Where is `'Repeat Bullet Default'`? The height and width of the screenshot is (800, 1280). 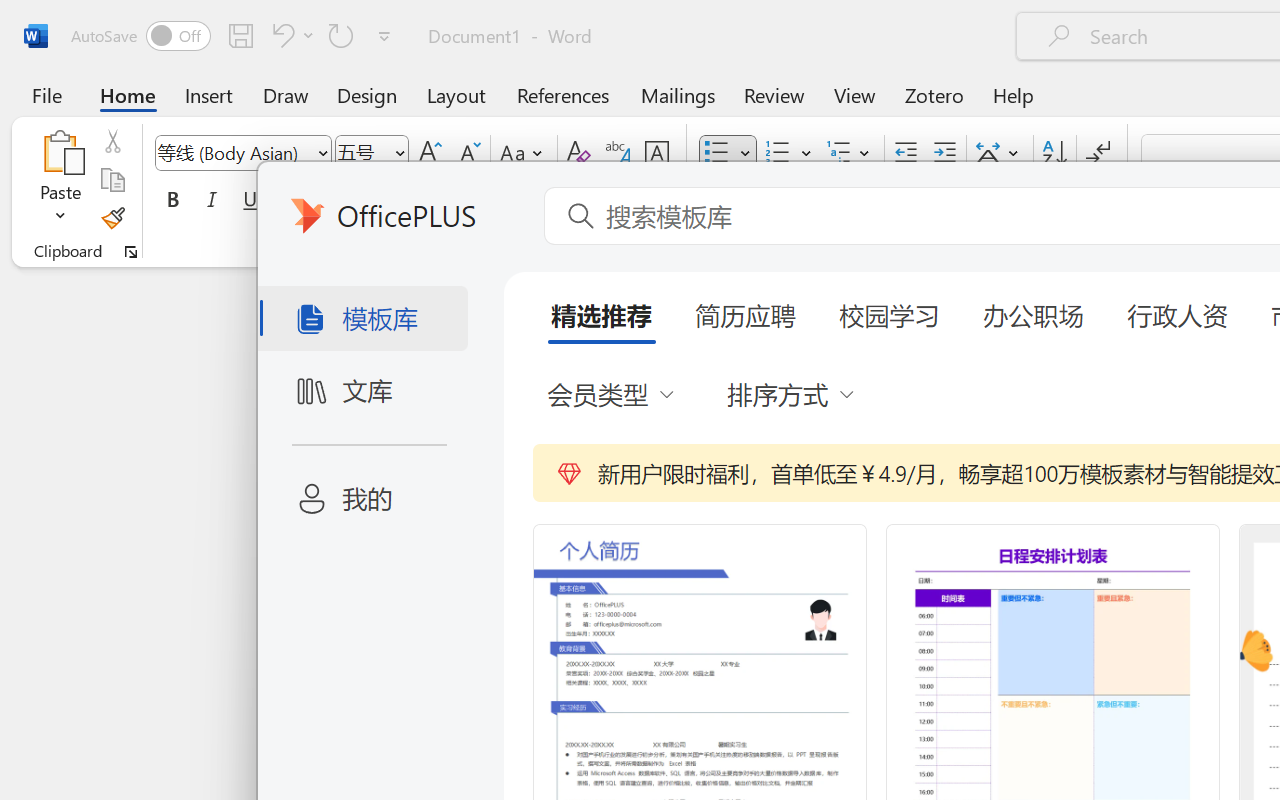 'Repeat Bullet Default' is located at coordinates (341, 34).